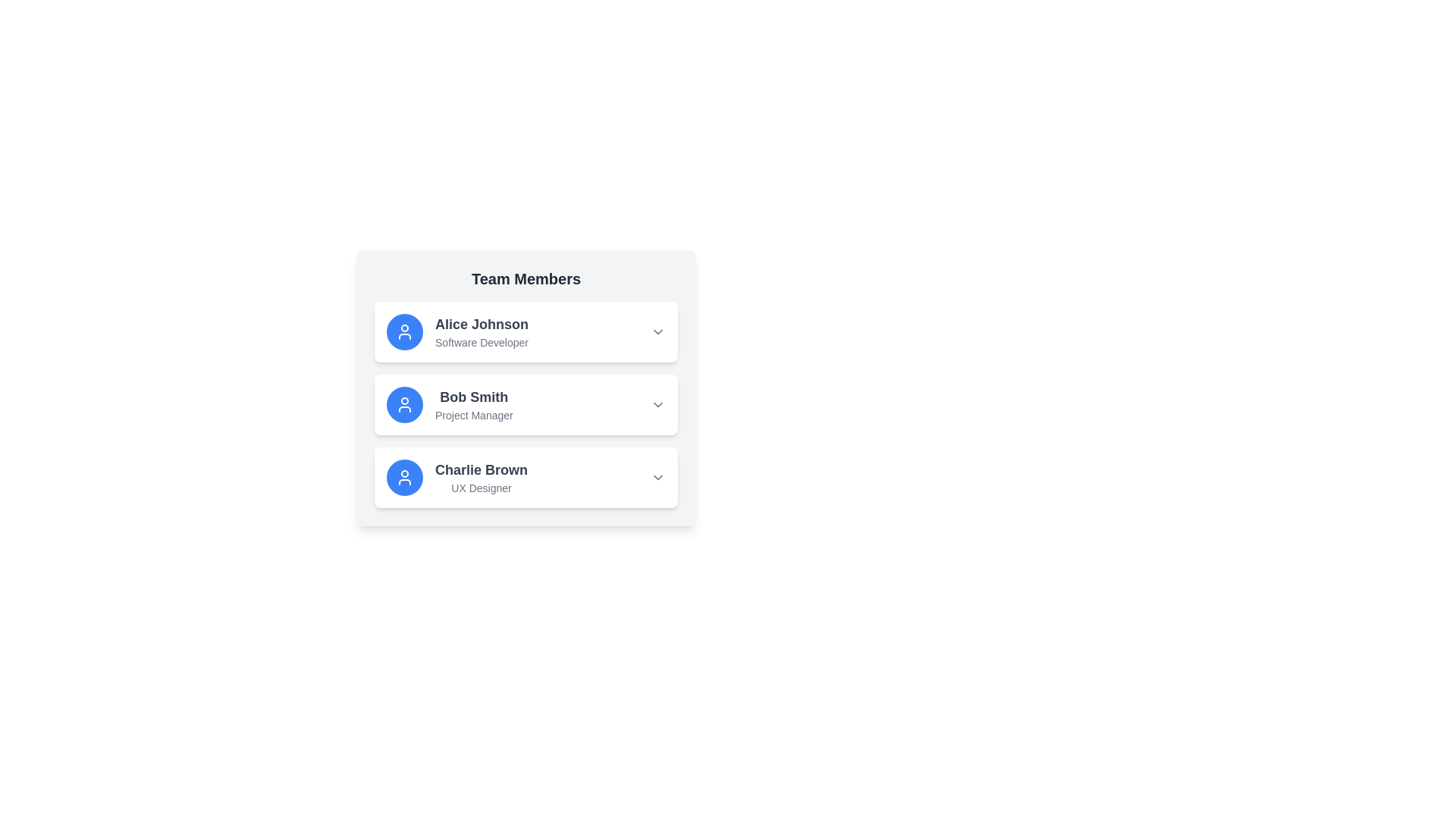 This screenshot has width=1456, height=819. What do you see at coordinates (404, 403) in the screenshot?
I see `the circular icon with a vibrant blue background and a white outline of a user symbol, located to the left of 'Bob Smith' and 'Project Manager'` at bounding box center [404, 403].